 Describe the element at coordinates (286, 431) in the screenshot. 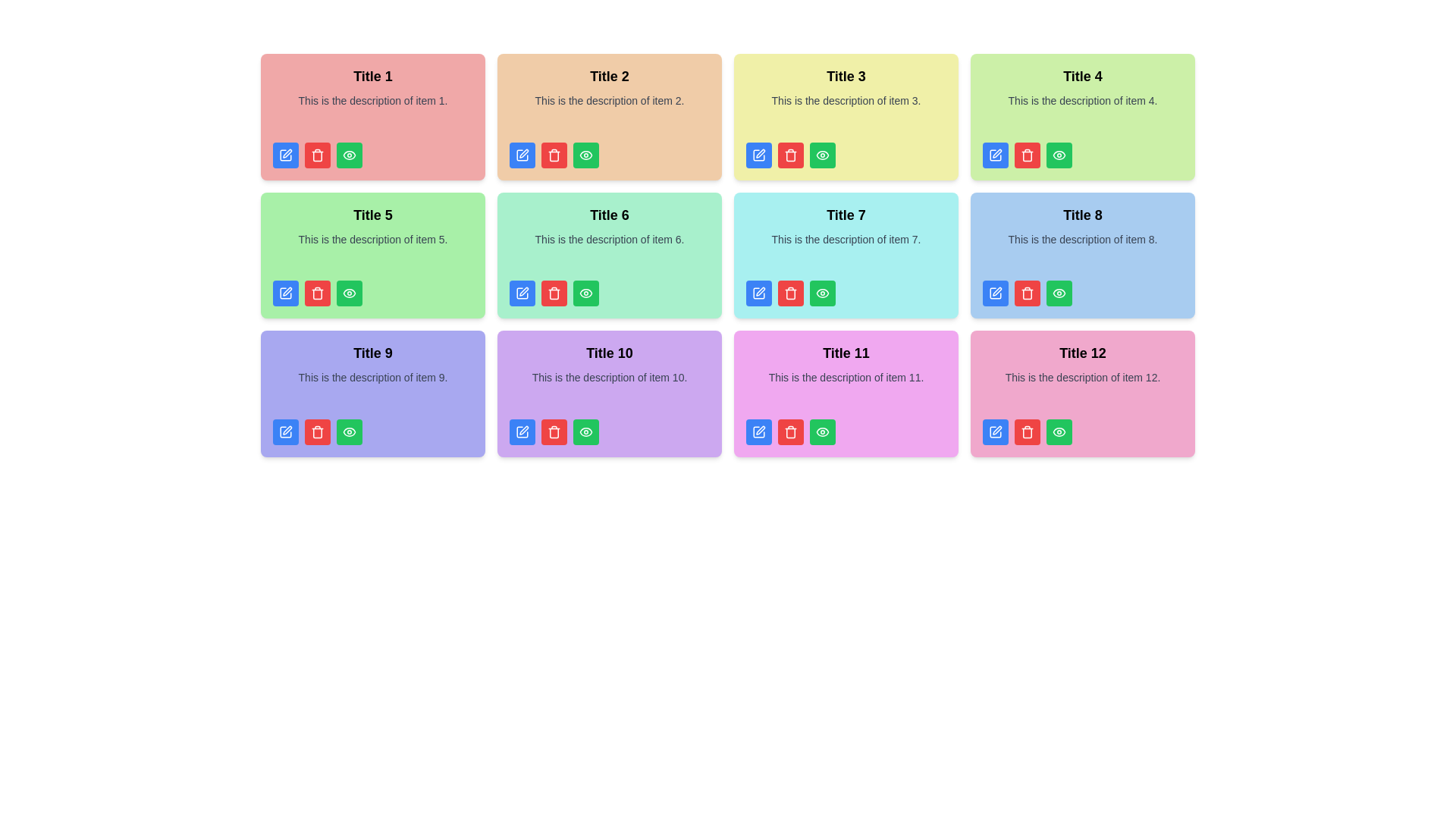

I see `the 'edit' button located in the bottom-left corner of the card associated with 'Title 9' to modify the content of the respective card` at that location.